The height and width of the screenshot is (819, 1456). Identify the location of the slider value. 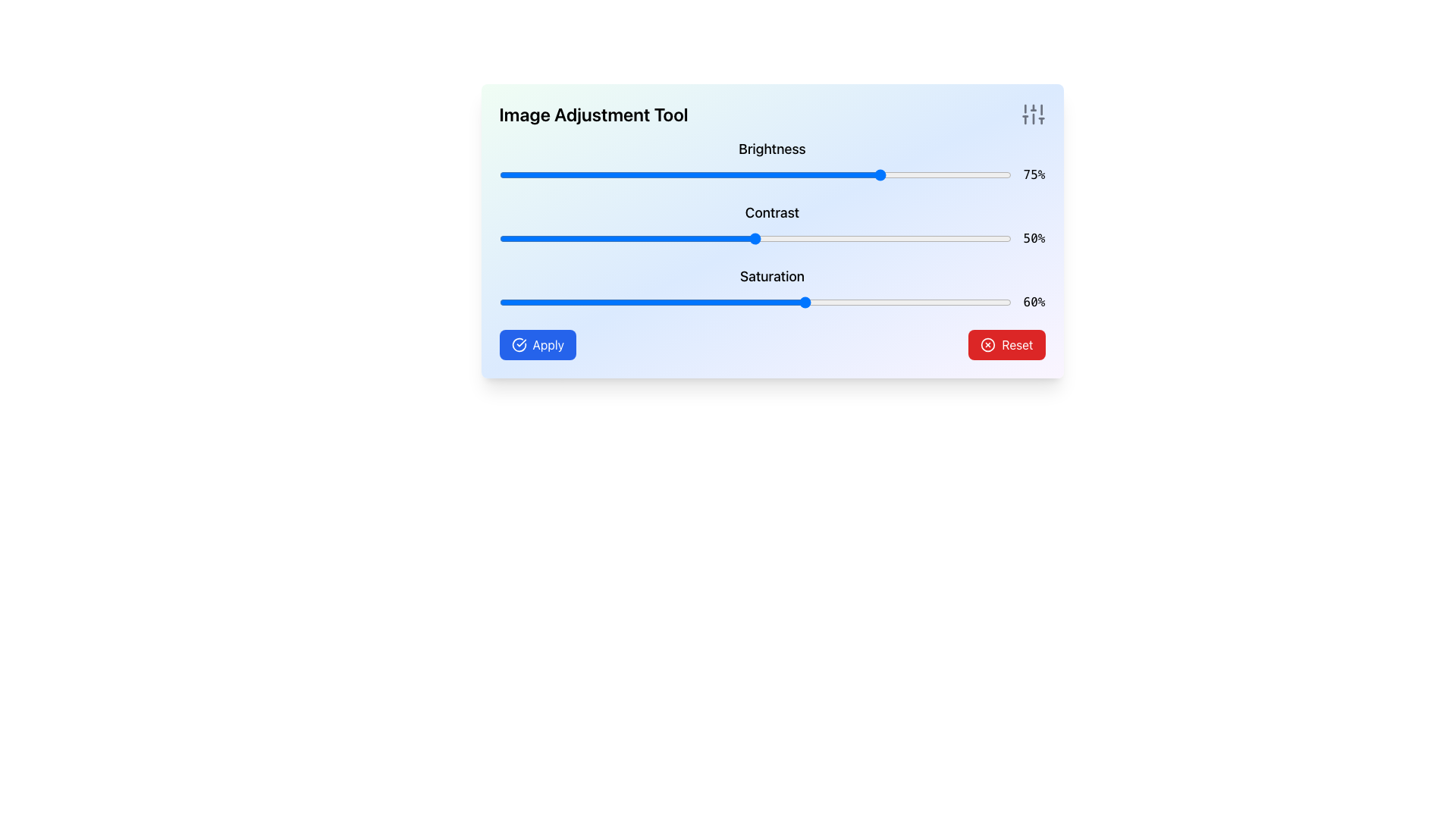
(510, 302).